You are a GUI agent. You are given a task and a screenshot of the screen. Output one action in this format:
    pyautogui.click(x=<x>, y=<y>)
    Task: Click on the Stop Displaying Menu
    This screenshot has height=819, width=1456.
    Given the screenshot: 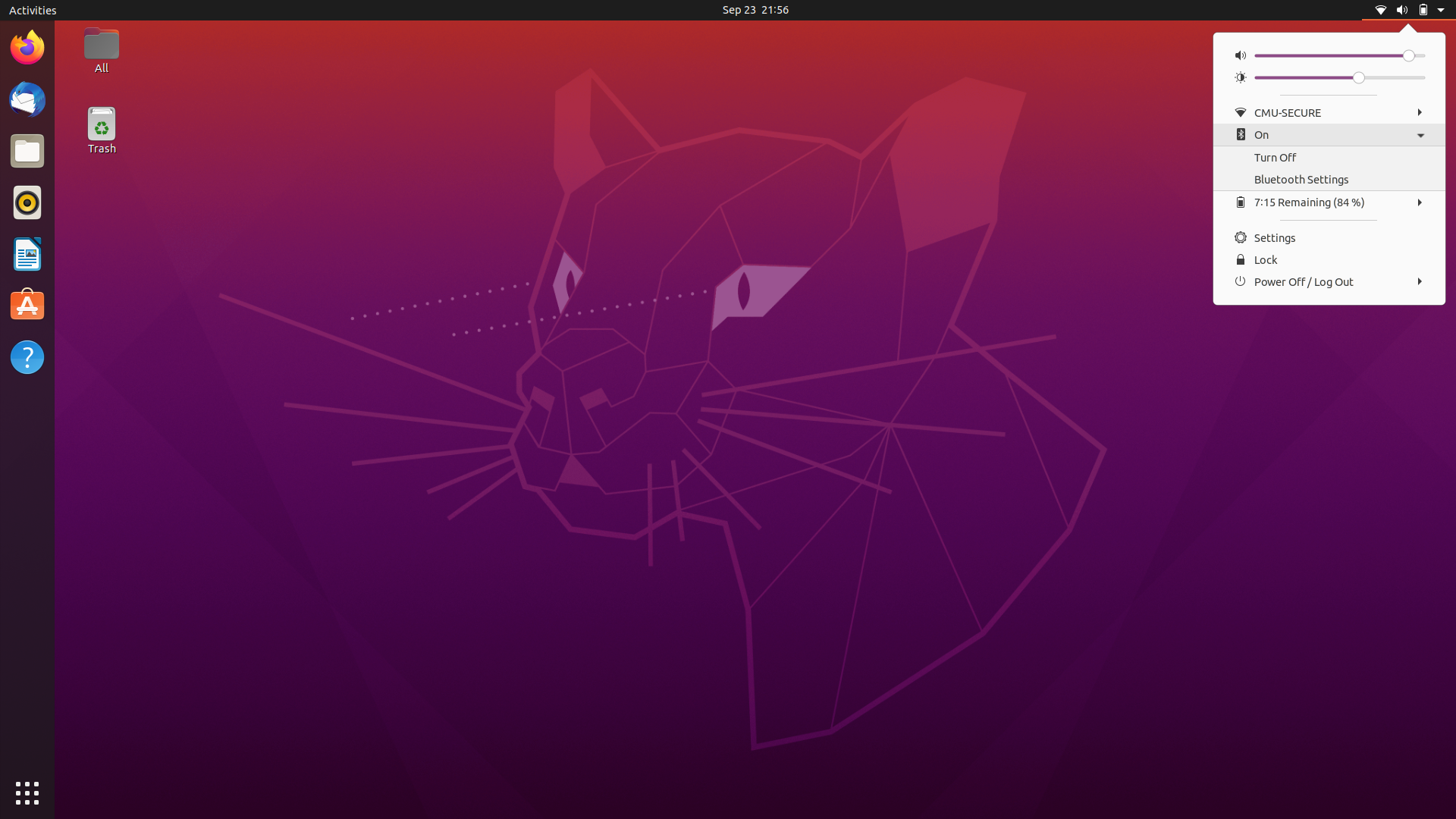 What is the action you would take?
    pyautogui.click(x=1407, y=10)
    